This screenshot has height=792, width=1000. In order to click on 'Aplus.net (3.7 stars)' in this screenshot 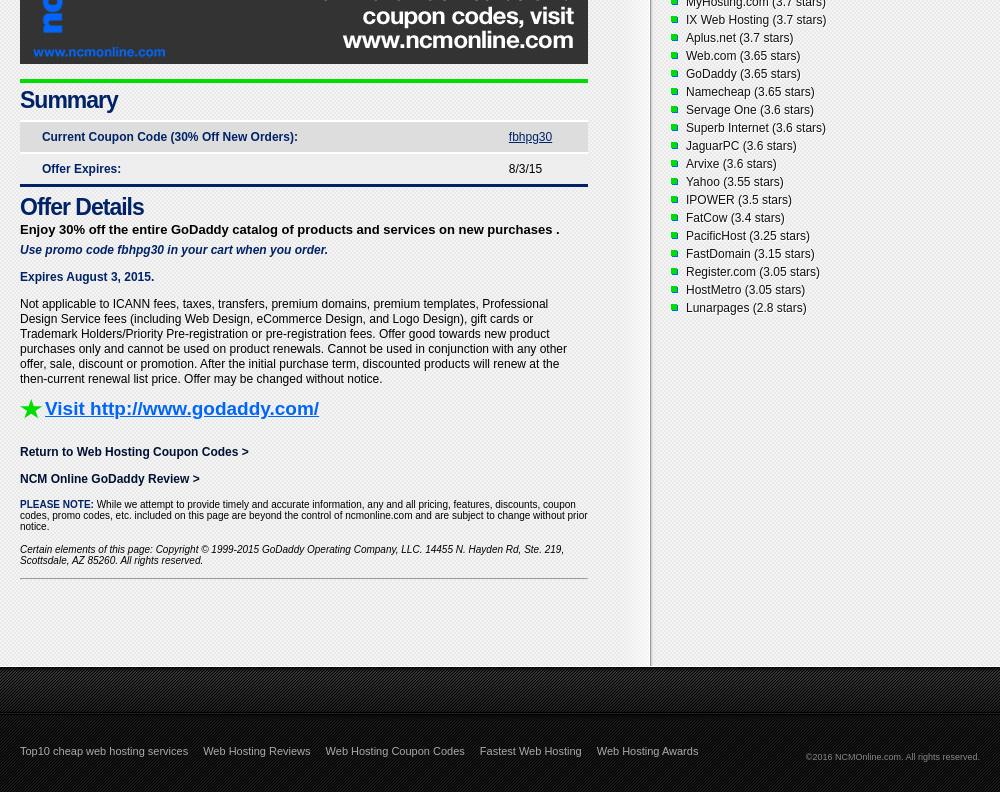, I will do `click(738, 37)`.